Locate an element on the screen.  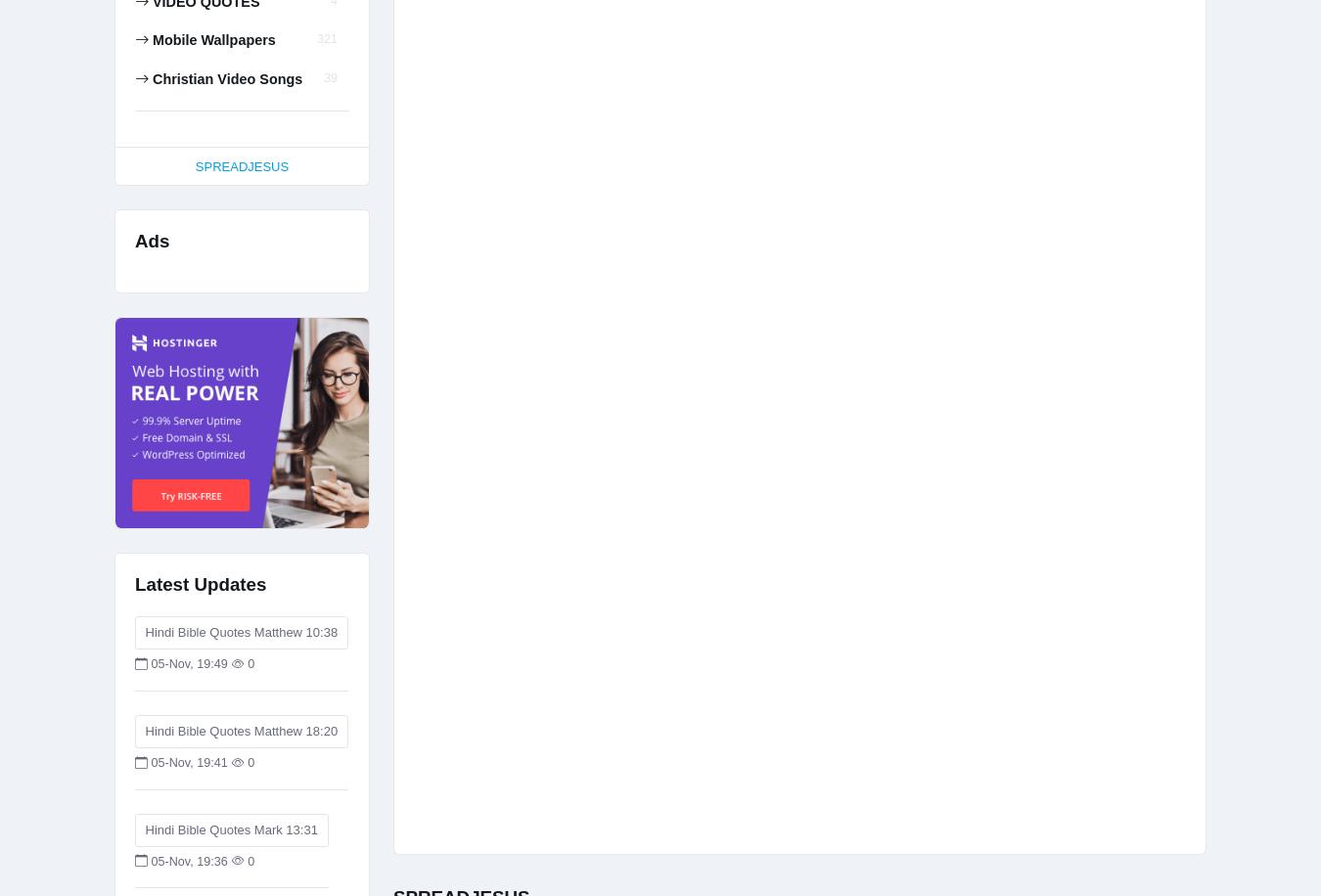
'© Copyright © 2023.' is located at coordinates (816, 154).